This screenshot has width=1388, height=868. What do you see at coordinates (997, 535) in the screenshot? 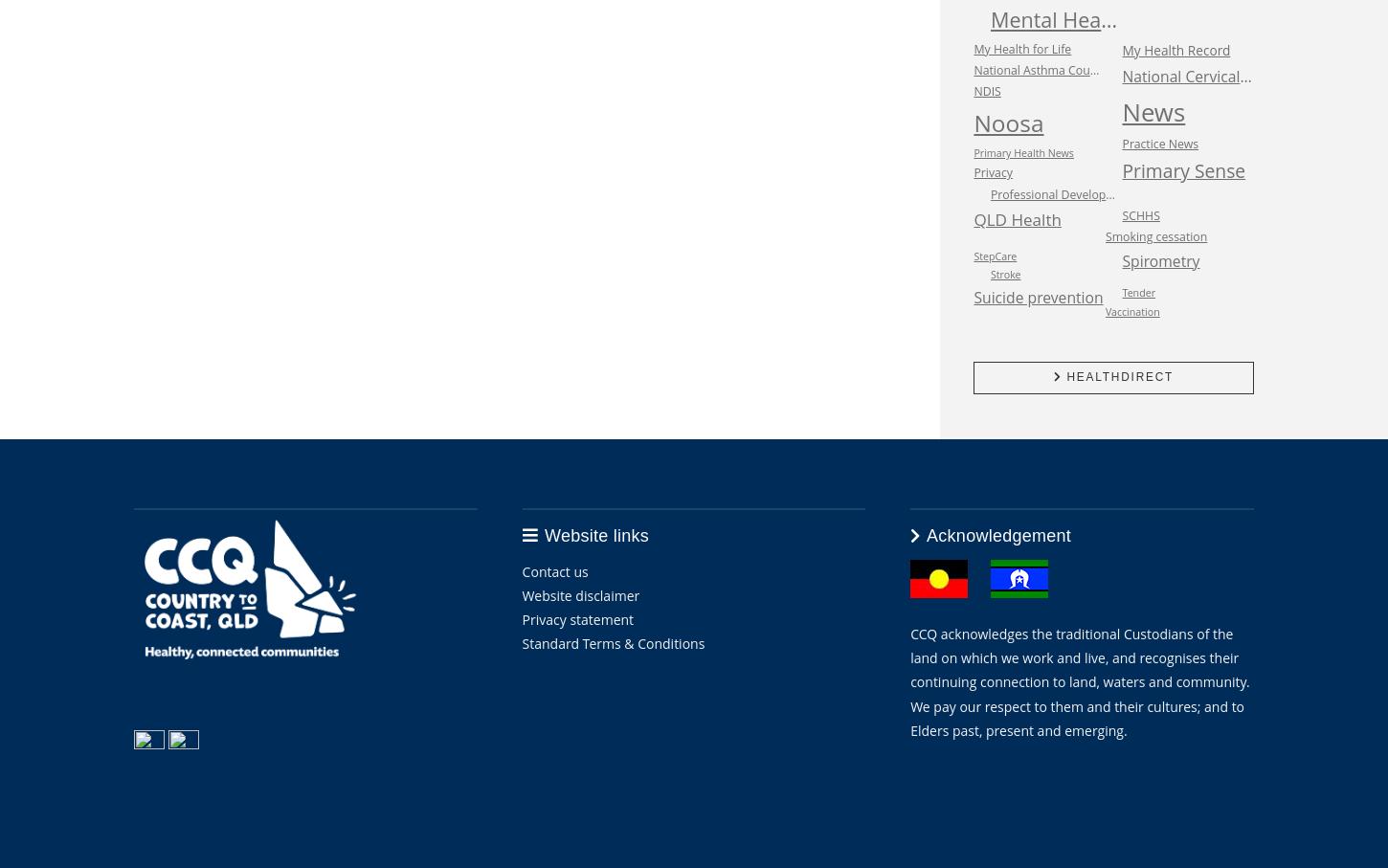
I see `'Acknowledgement'` at bounding box center [997, 535].